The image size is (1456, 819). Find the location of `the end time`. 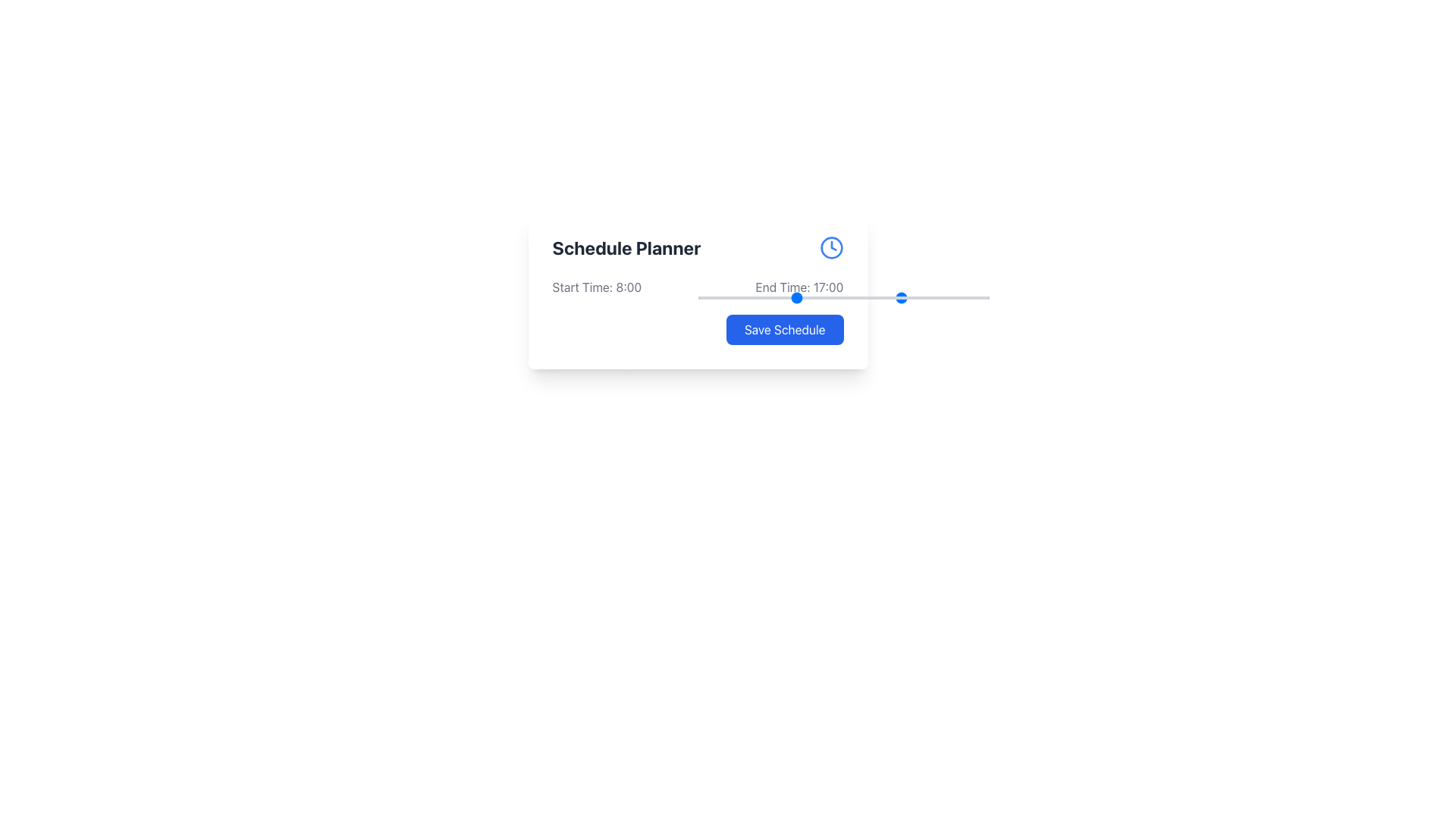

the end time is located at coordinates (709, 298).